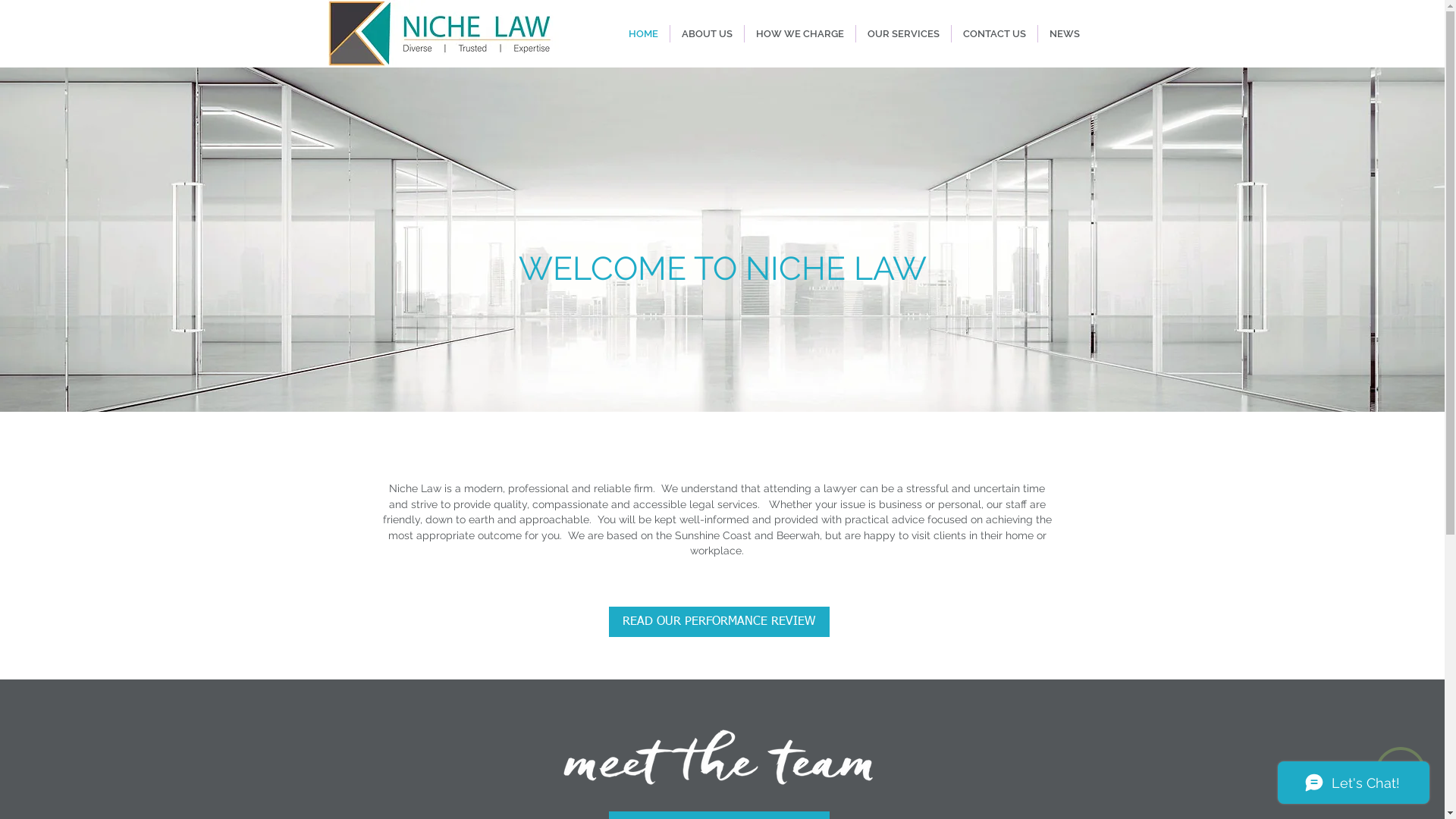 Image resolution: width=1456 pixels, height=819 pixels. What do you see at coordinates (706, 33) in the screenshot?
I see `'ABOUT US'` at bounding box center [706, 33].